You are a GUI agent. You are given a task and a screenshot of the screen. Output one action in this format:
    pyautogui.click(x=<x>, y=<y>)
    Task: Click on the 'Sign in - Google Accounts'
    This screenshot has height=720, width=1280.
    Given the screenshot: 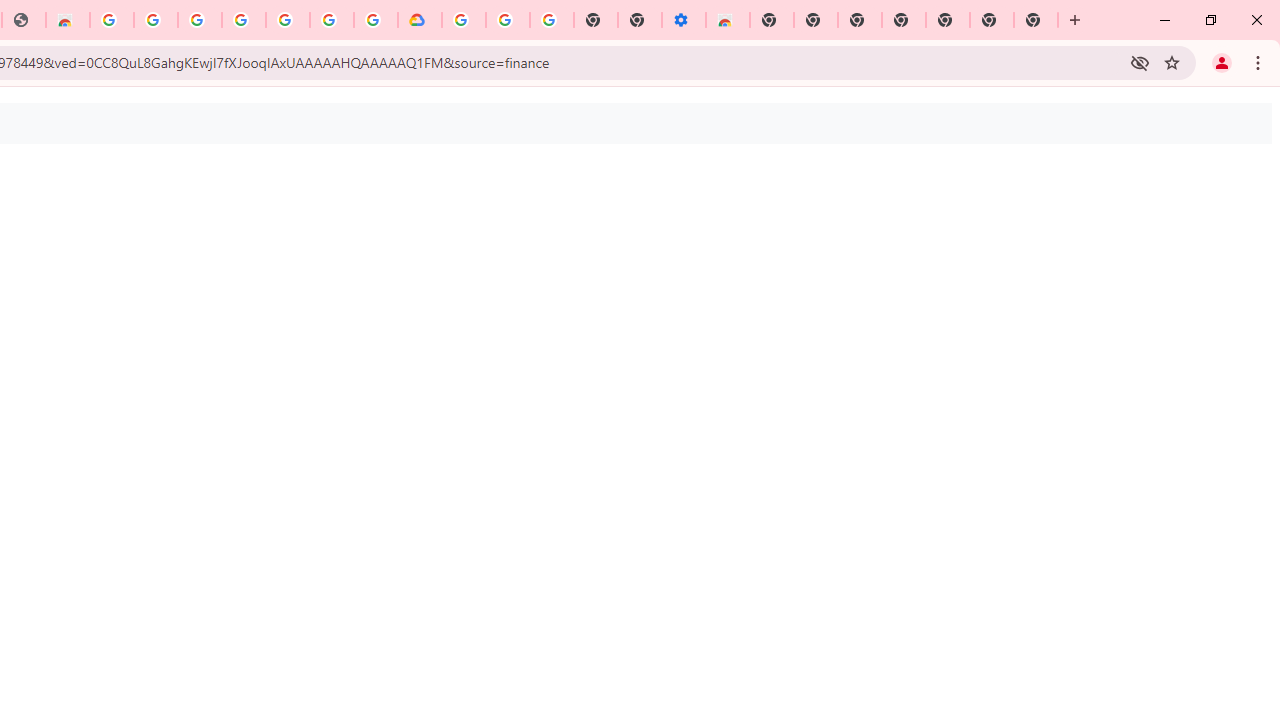 What is the action you would take?
    pyautogui.click(x=199, y=20)
    